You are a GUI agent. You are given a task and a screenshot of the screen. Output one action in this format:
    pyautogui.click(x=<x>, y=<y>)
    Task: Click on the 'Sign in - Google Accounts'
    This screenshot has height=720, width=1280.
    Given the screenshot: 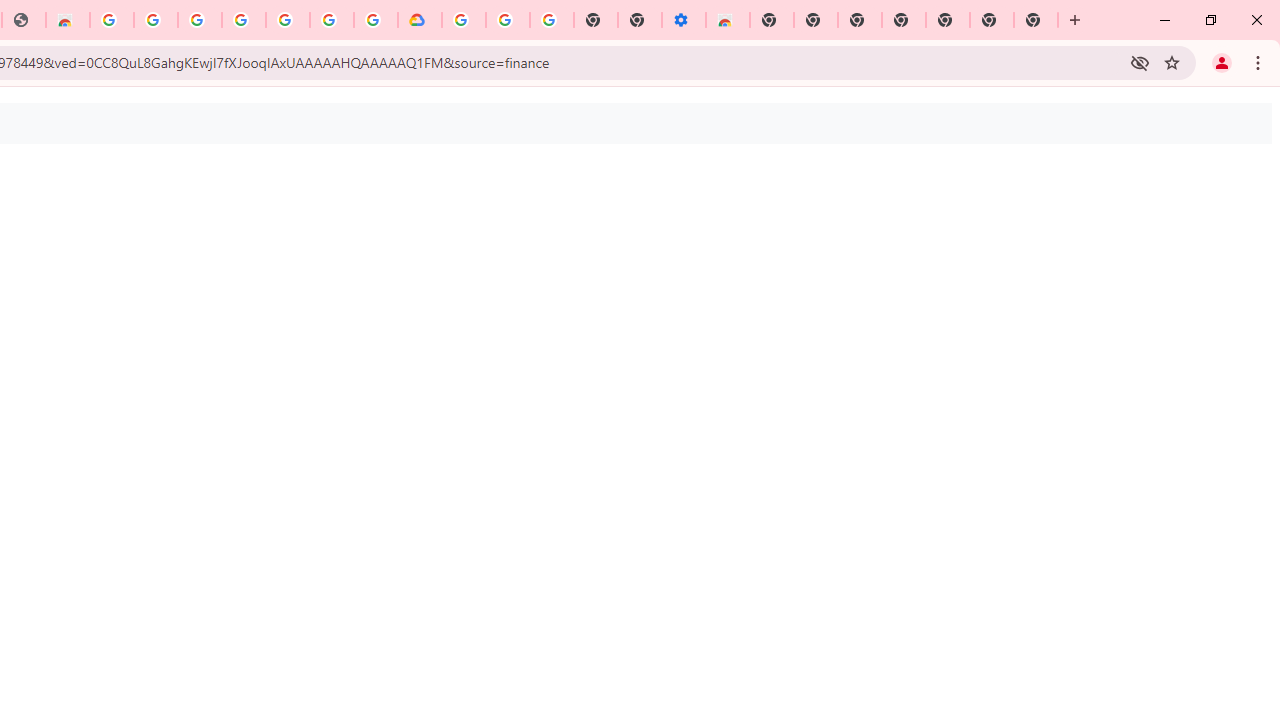 What is the action you would take?
    pyautogui.click(x=199, y=20)
    